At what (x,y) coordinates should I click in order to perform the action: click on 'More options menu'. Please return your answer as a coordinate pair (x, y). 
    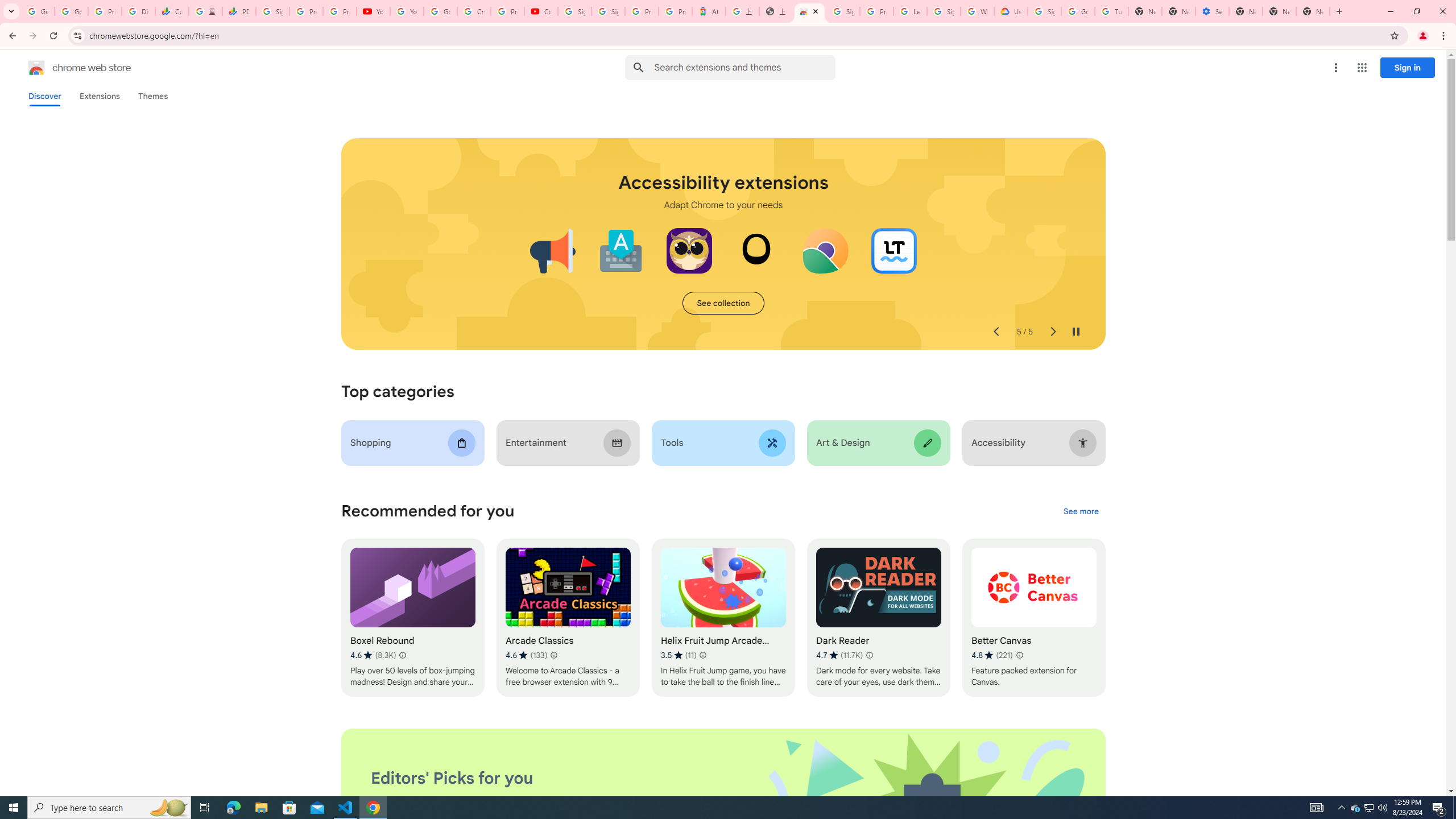
    Looking at the image, I should click on (1335, 67).